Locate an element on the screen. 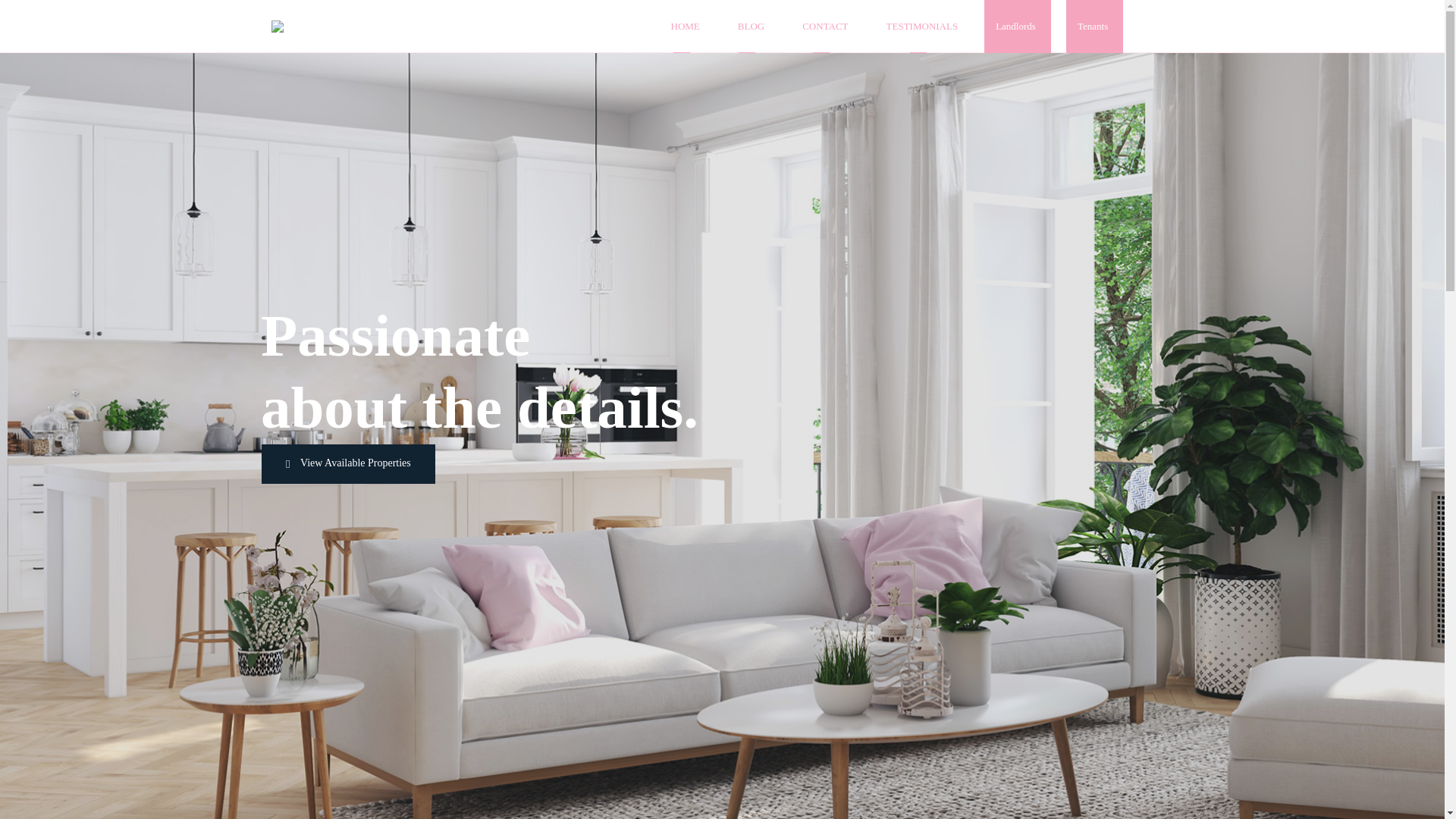 The height and width of the screenshot is (819, 1456). 'Landlords' is located at coordinates (1018, 26).